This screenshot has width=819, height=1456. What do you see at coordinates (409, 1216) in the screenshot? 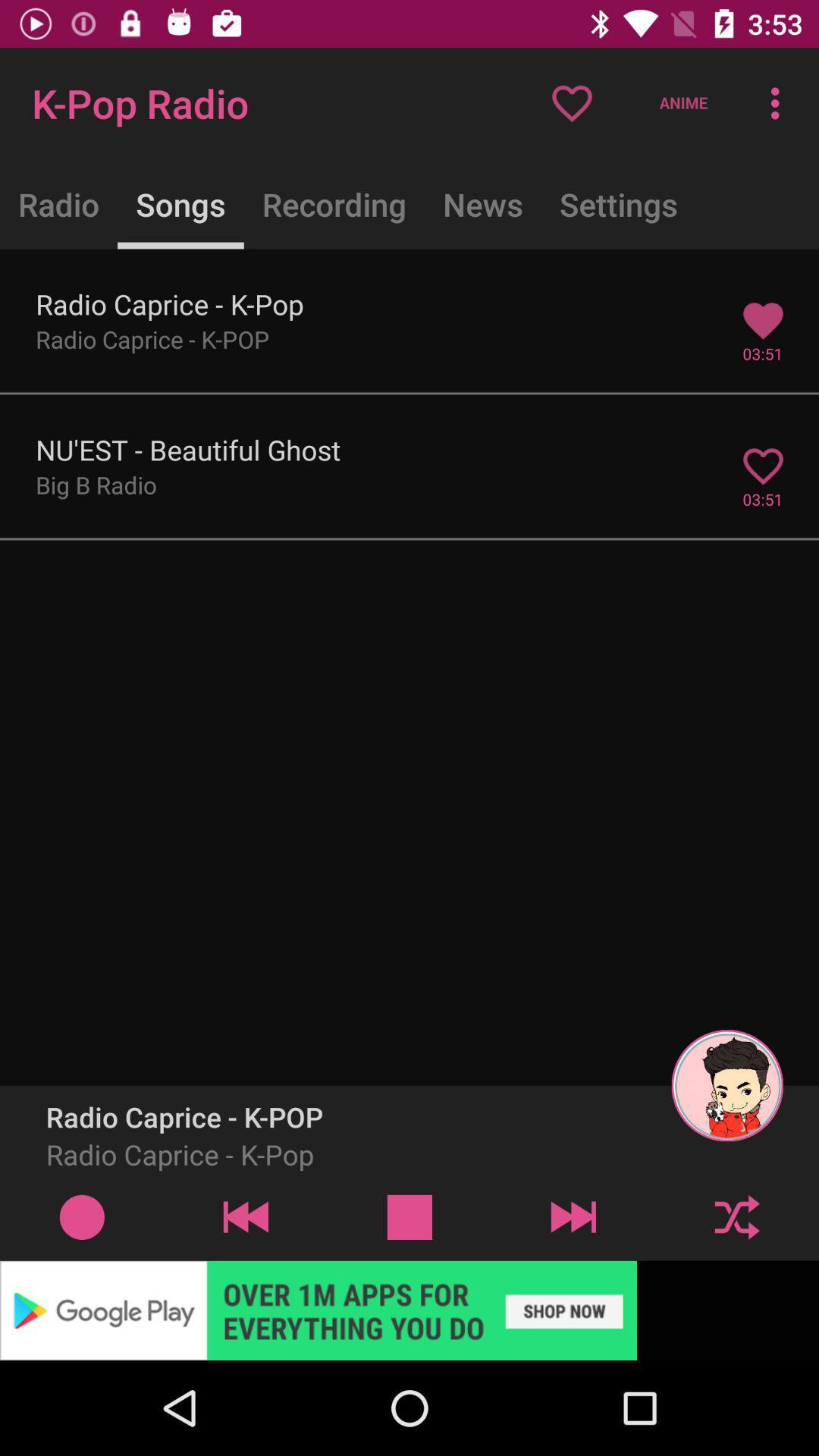
I see `the stop button on the web page` at bounding box center [409, 1216].